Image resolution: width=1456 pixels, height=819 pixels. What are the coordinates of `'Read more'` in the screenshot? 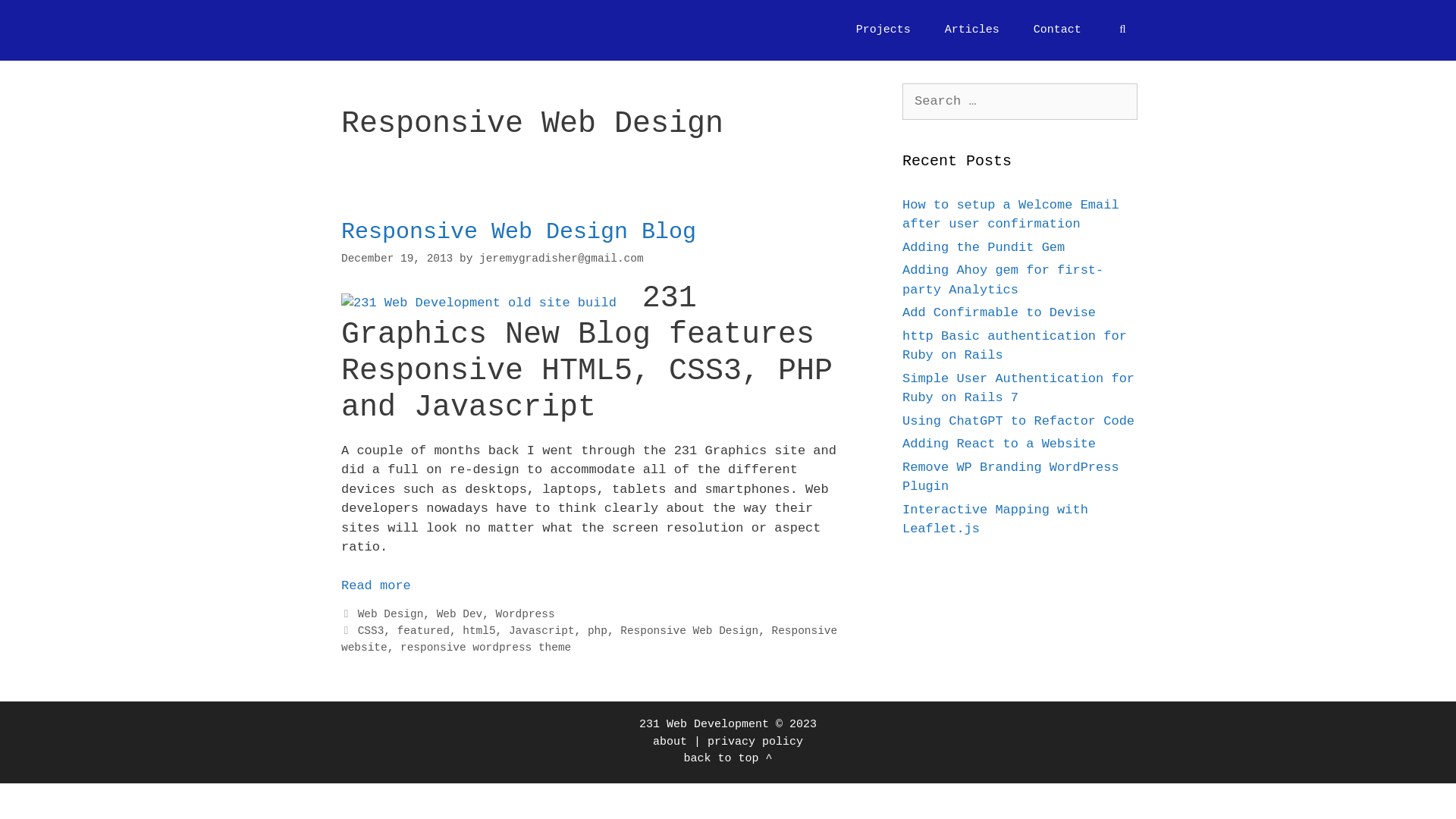 It's located at (375, 585).